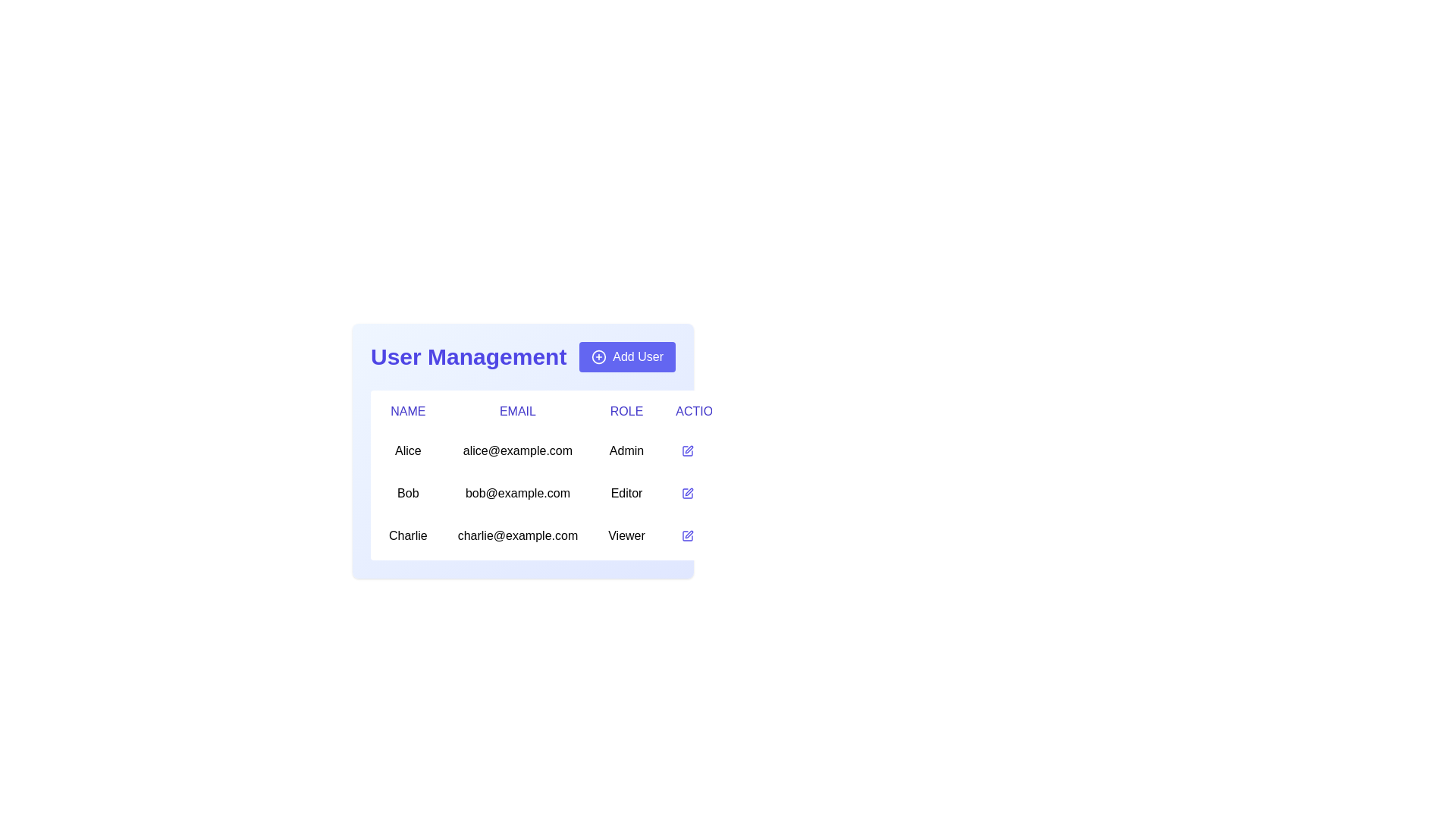 The image size is (1456, 819). What do you see at coordinates (717, 450) in the screenshot?
I see `the vibrant red trash bin icon located` at bounding box center [717, 450].